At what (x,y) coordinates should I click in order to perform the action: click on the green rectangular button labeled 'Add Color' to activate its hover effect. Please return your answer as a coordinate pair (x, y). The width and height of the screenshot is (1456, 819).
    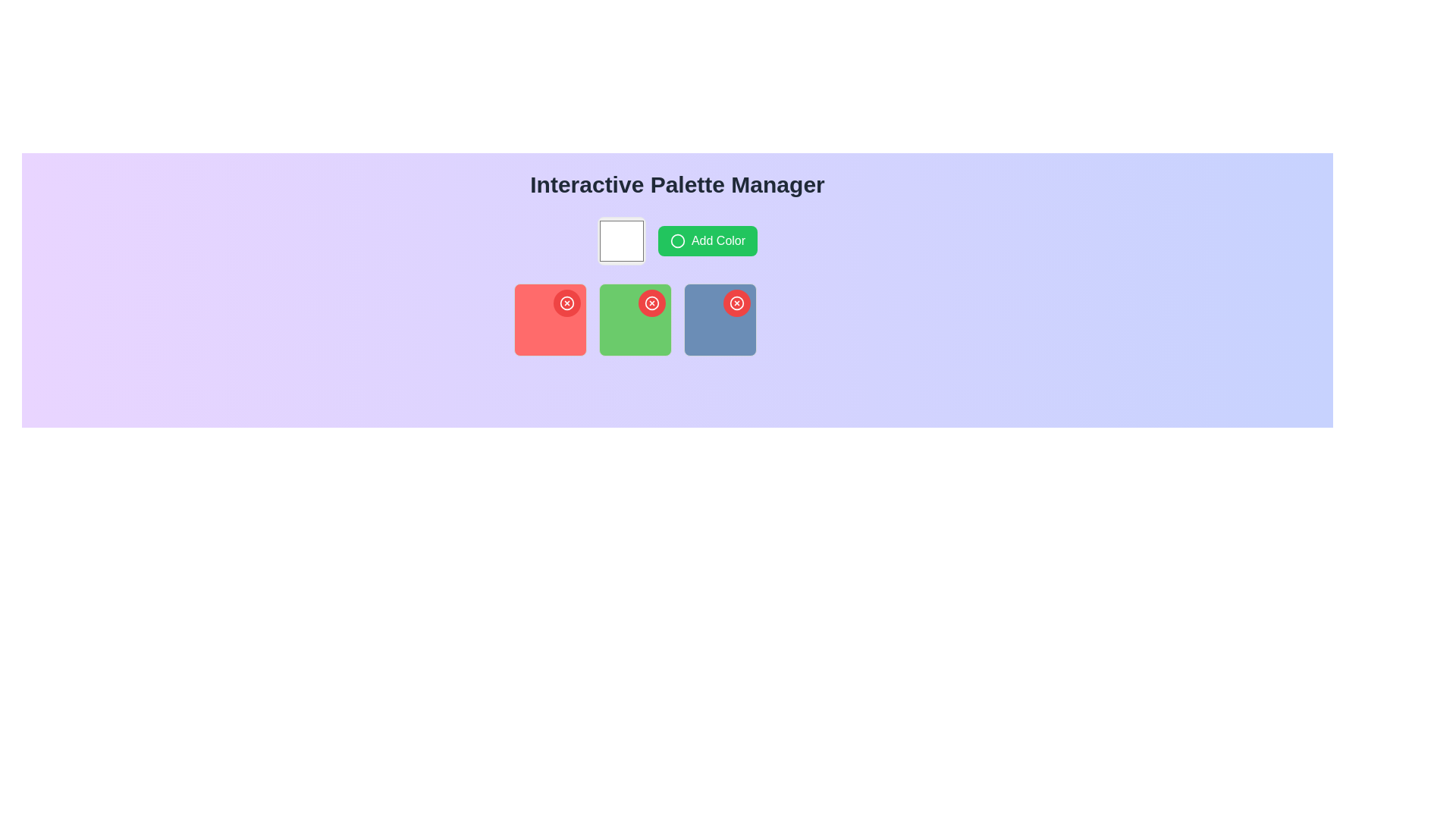
    Looking at the image, I should click on (707, 240).